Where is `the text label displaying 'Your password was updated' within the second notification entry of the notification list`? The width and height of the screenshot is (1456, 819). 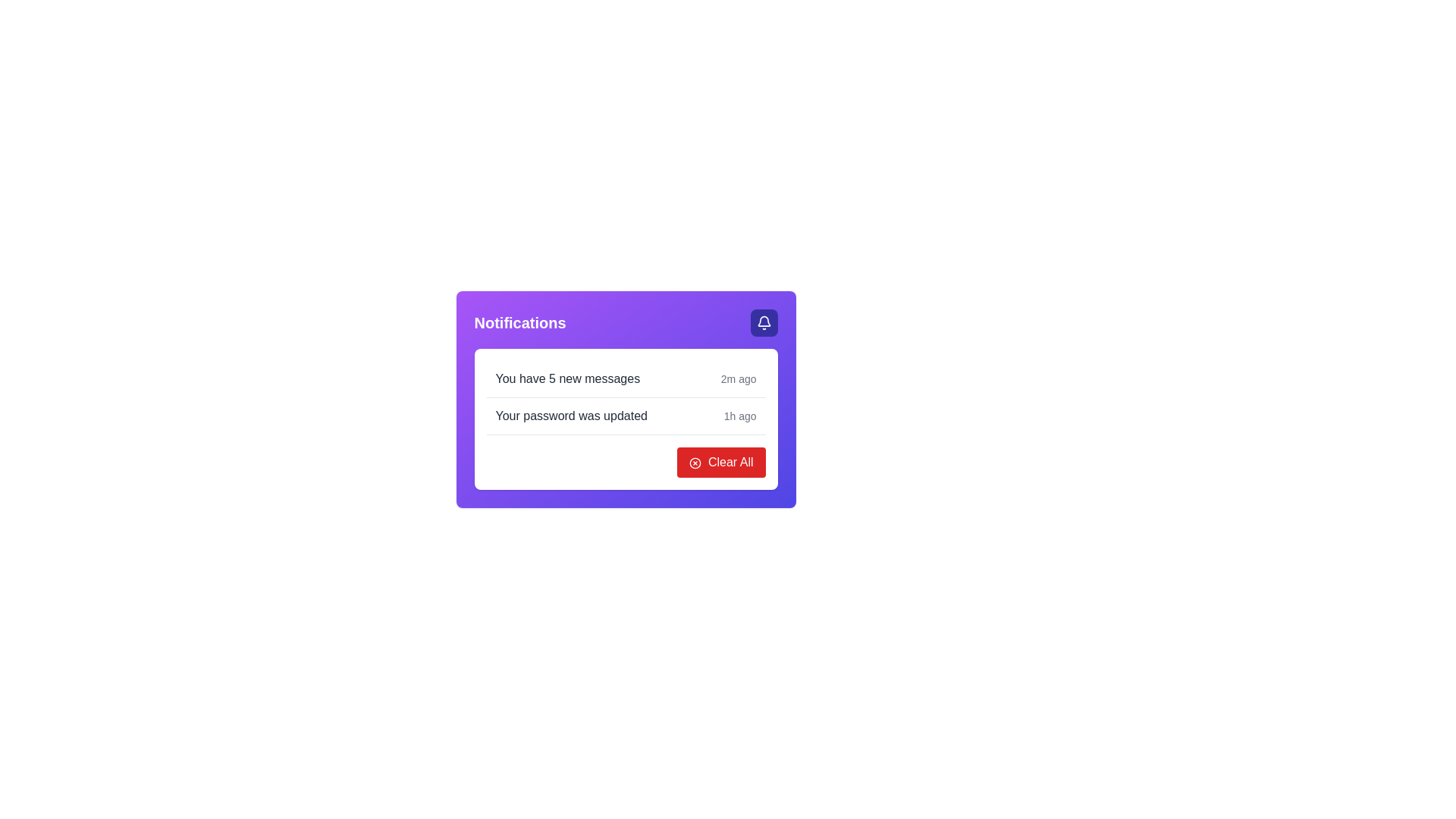
the text label displaying 'Your password was updated' within the second notification entry of the notification list is located at coordinates (570, 416).